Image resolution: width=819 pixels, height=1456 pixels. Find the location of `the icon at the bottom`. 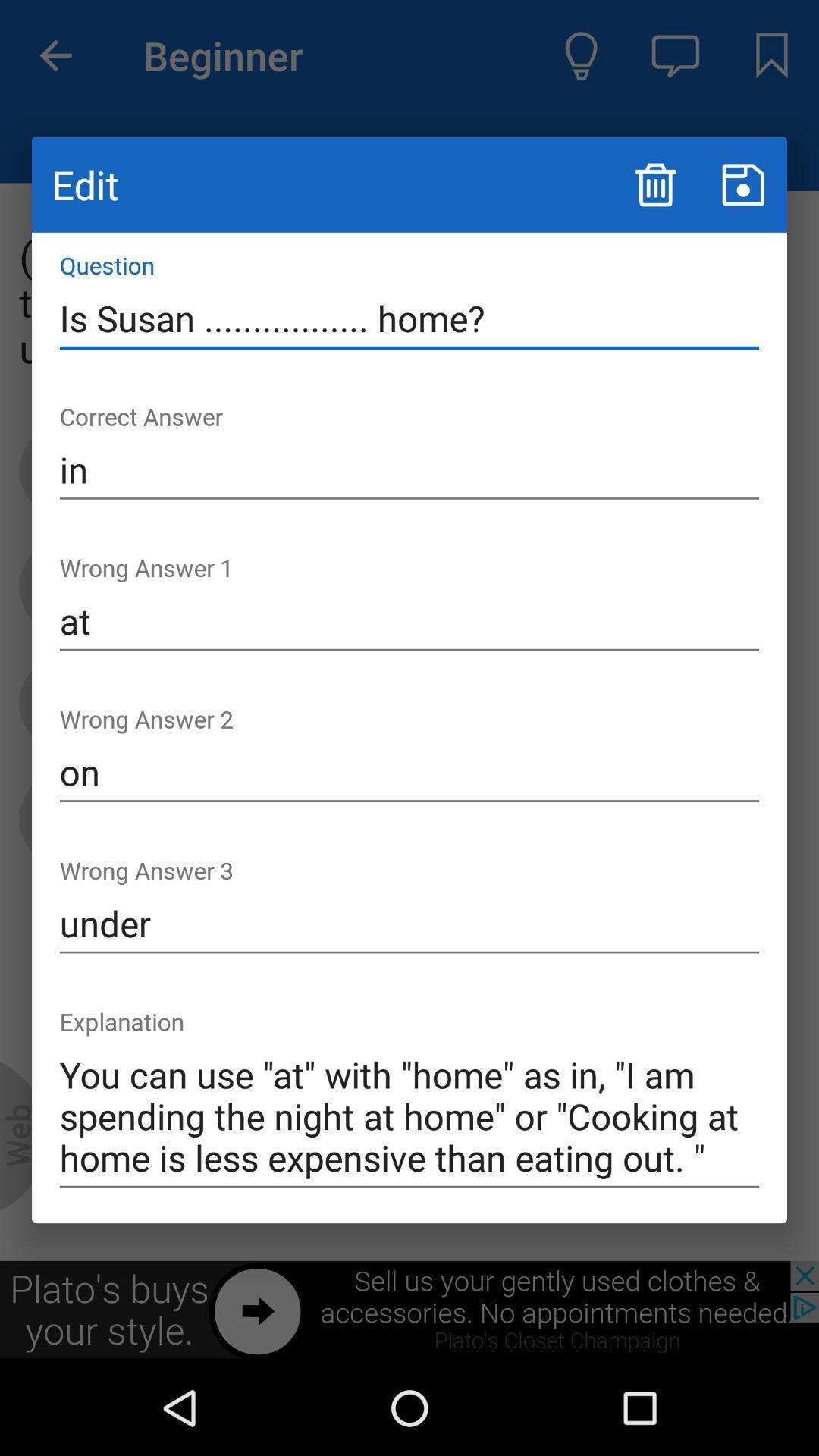

the icon at the bottom is located at coordinates (409, 1117).